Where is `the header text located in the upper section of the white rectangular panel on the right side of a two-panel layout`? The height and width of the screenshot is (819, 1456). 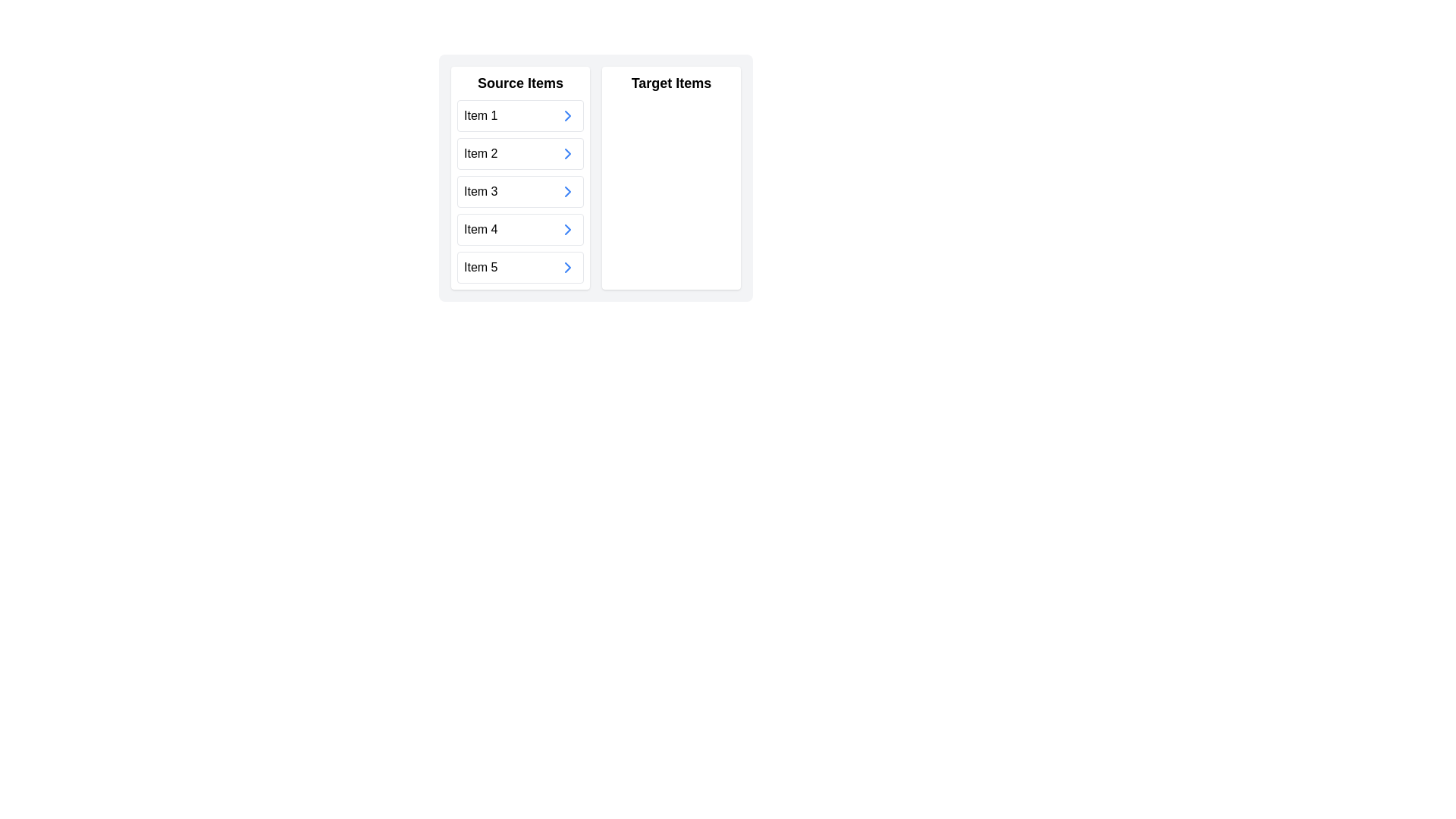 the header text located in the upper section of the white rectangular panel on the right side of a two-panel layout is located at coordinates (670, 83).